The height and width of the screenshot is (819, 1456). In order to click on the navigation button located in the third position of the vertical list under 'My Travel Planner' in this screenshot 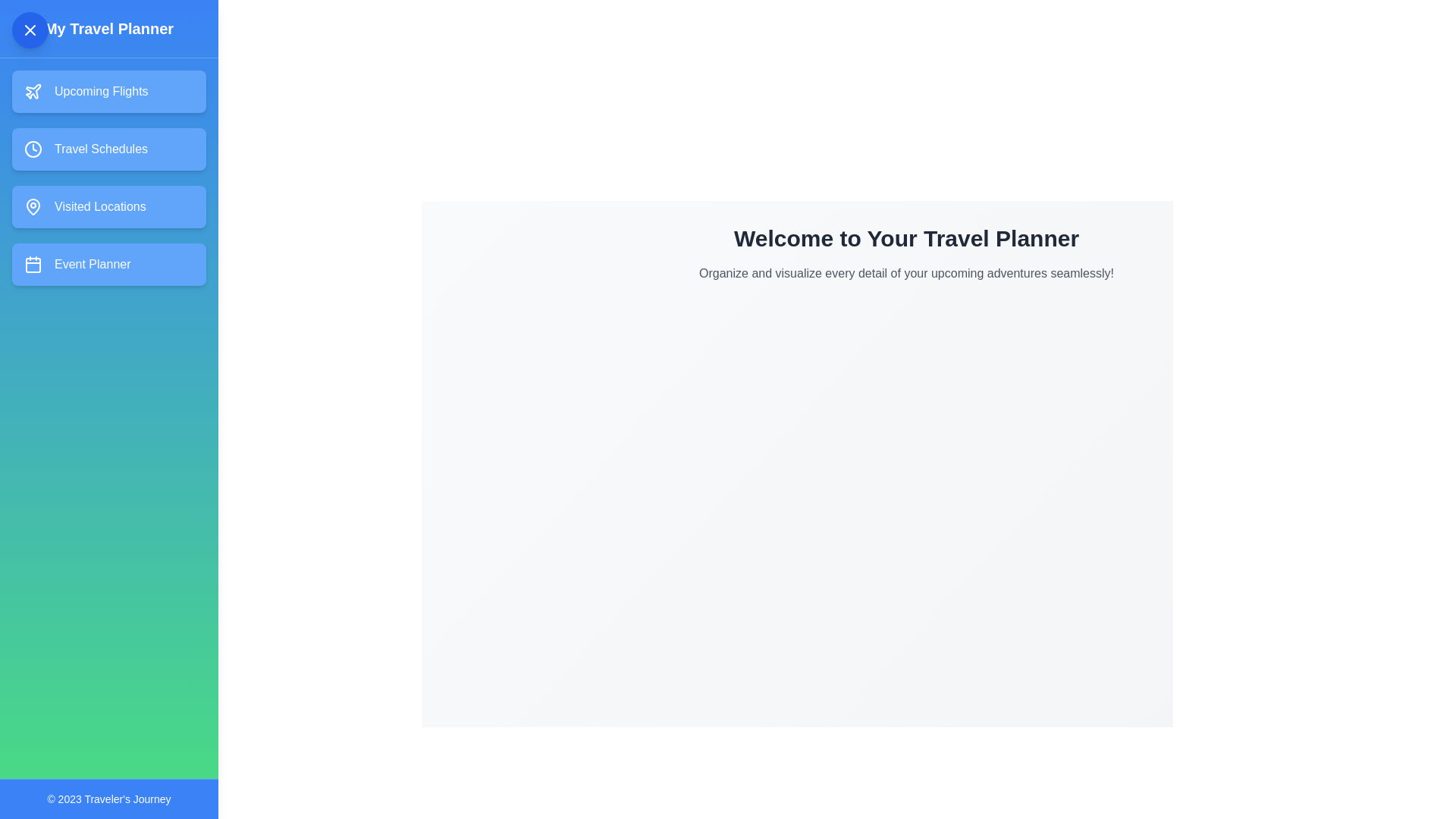, I will do `click(108, 207)`.